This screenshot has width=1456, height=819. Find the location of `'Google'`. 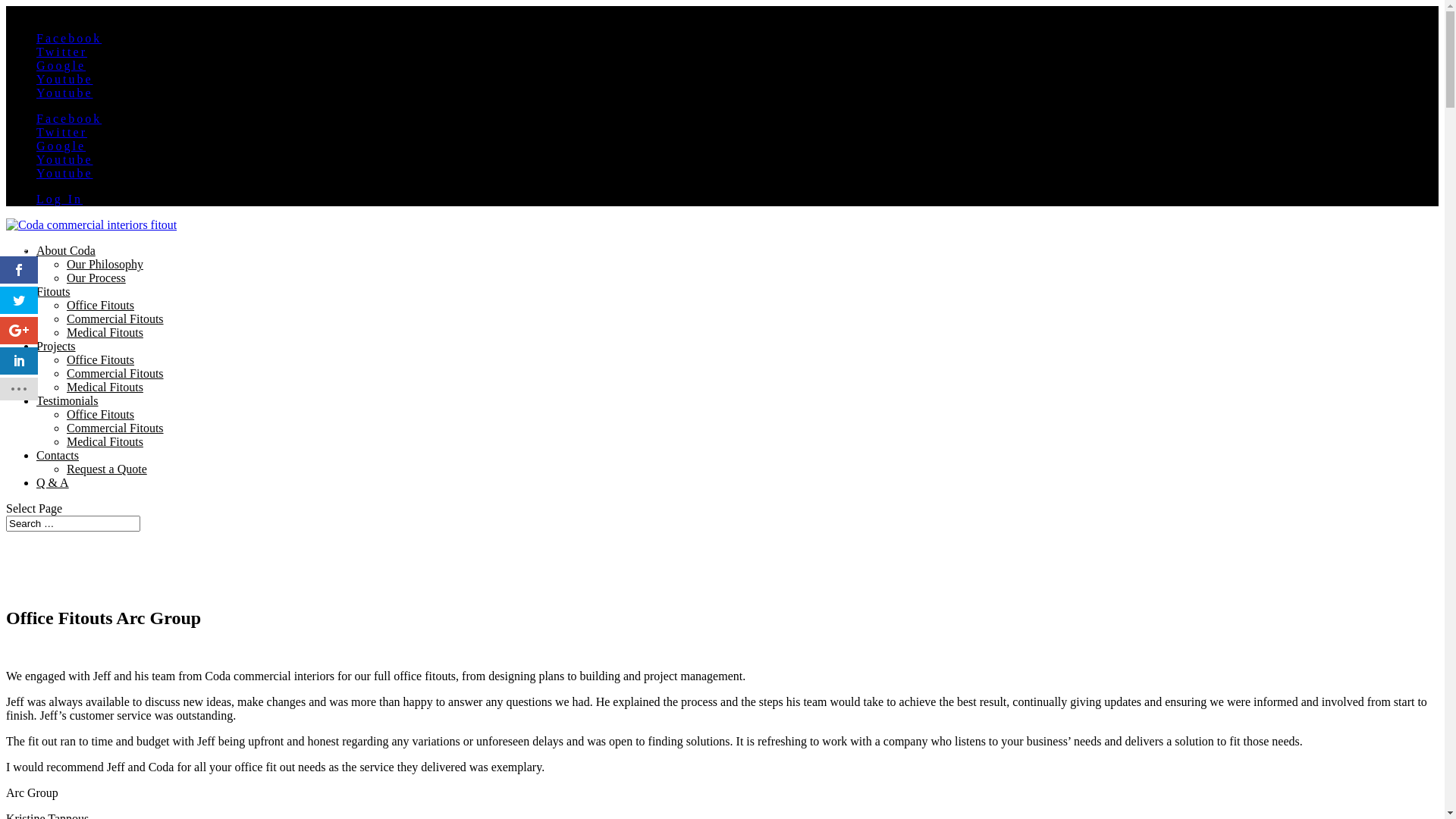

'Google' is located at coordinates (61, 64).